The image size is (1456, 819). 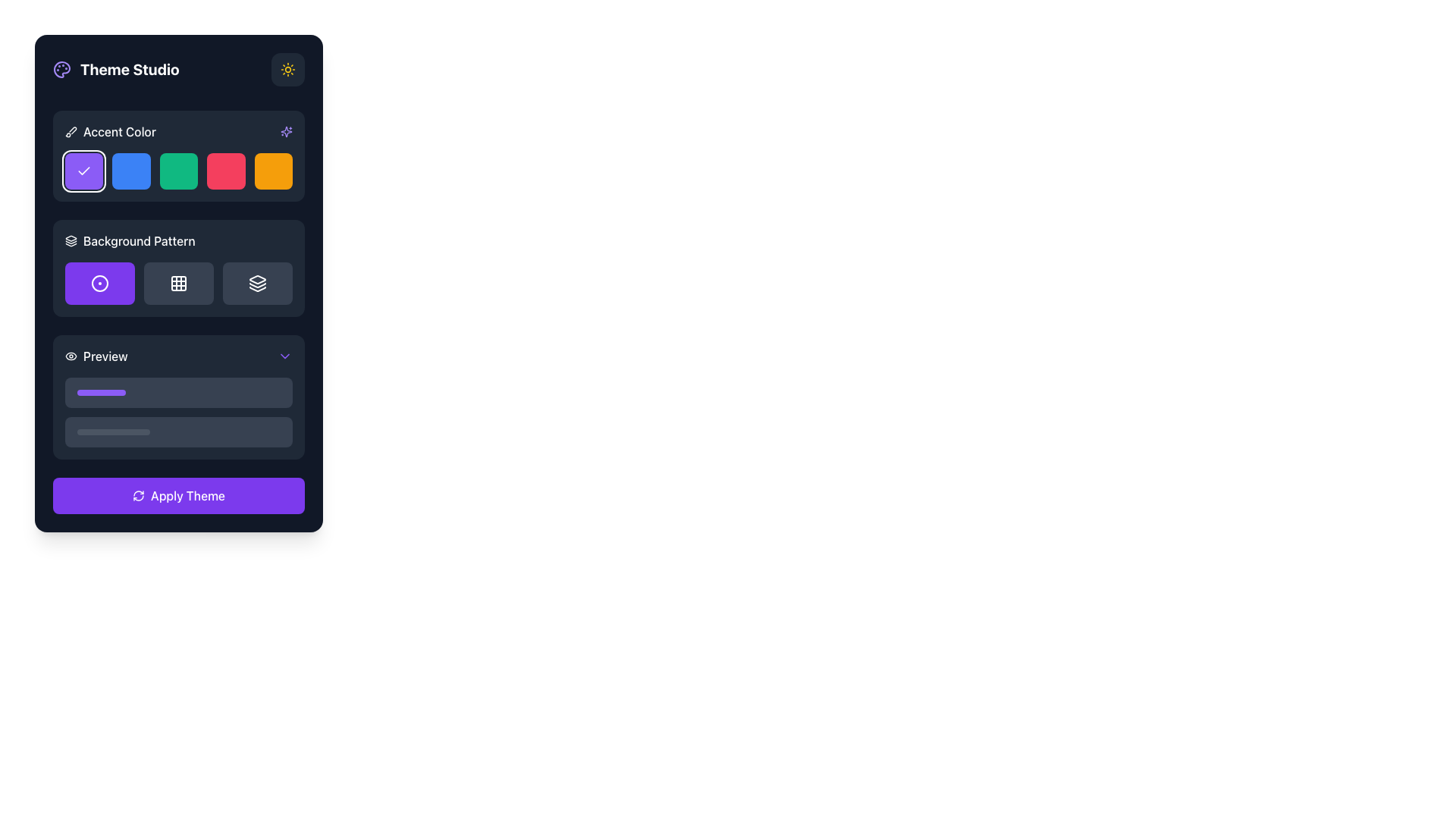 What do you see at coordinates (178, 171) in the screenshot?
I see `the green accent color button in the 'Accent Color' section` at bounding box center [178, 171].